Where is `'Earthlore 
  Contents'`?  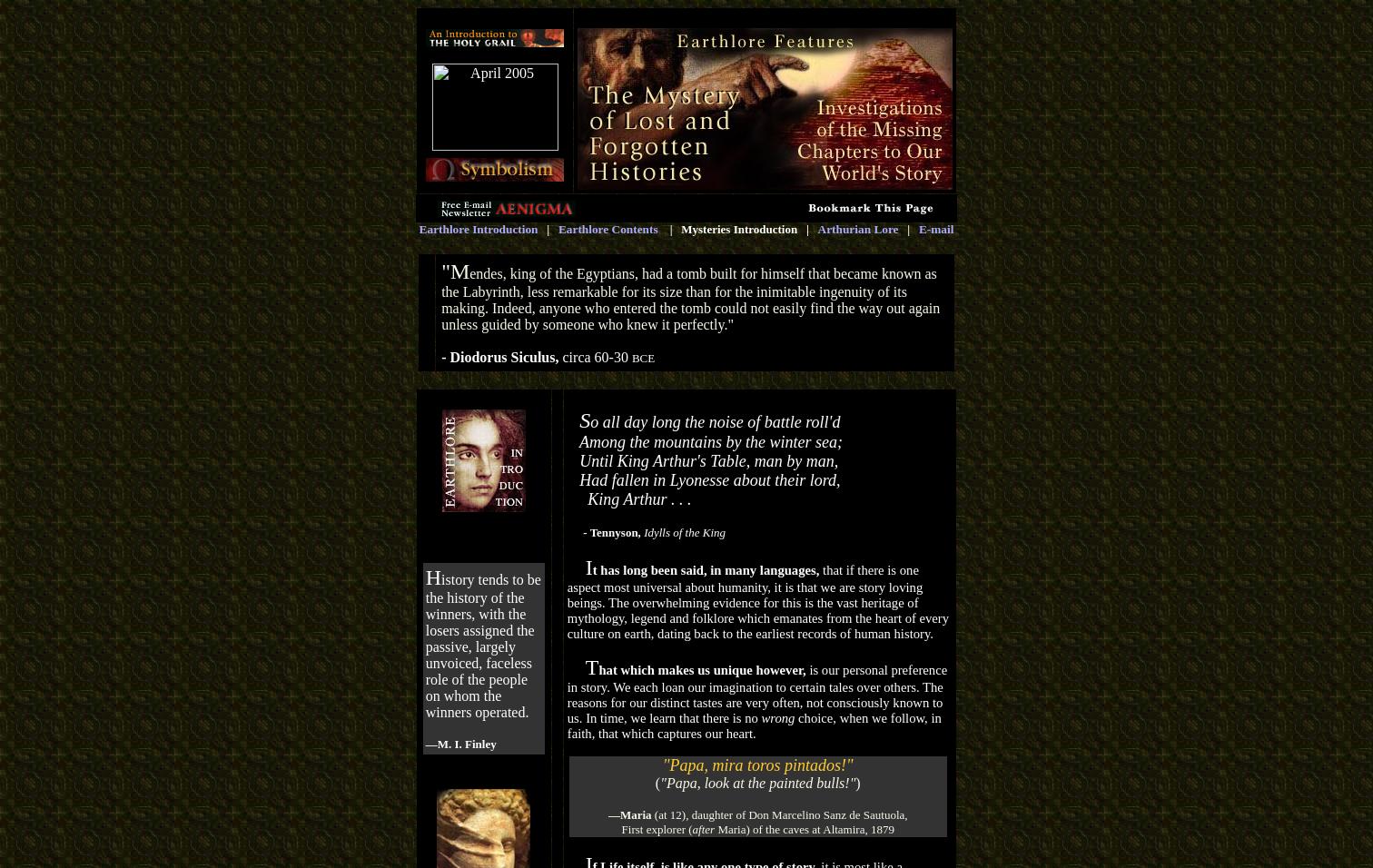
'Earthlore 
  Contents' is located at coordinates (607, 228).